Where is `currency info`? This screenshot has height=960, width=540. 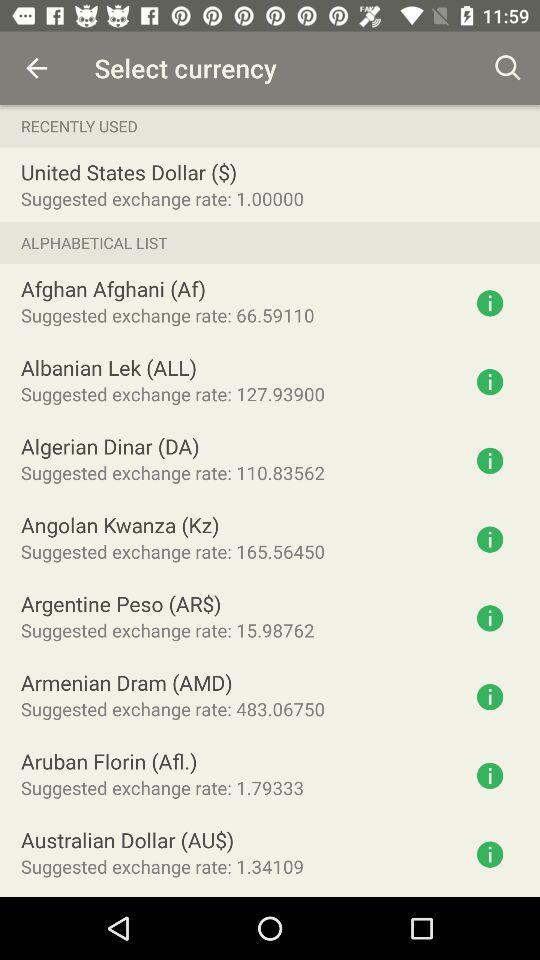 currency info is located at coordinates (489, 381).